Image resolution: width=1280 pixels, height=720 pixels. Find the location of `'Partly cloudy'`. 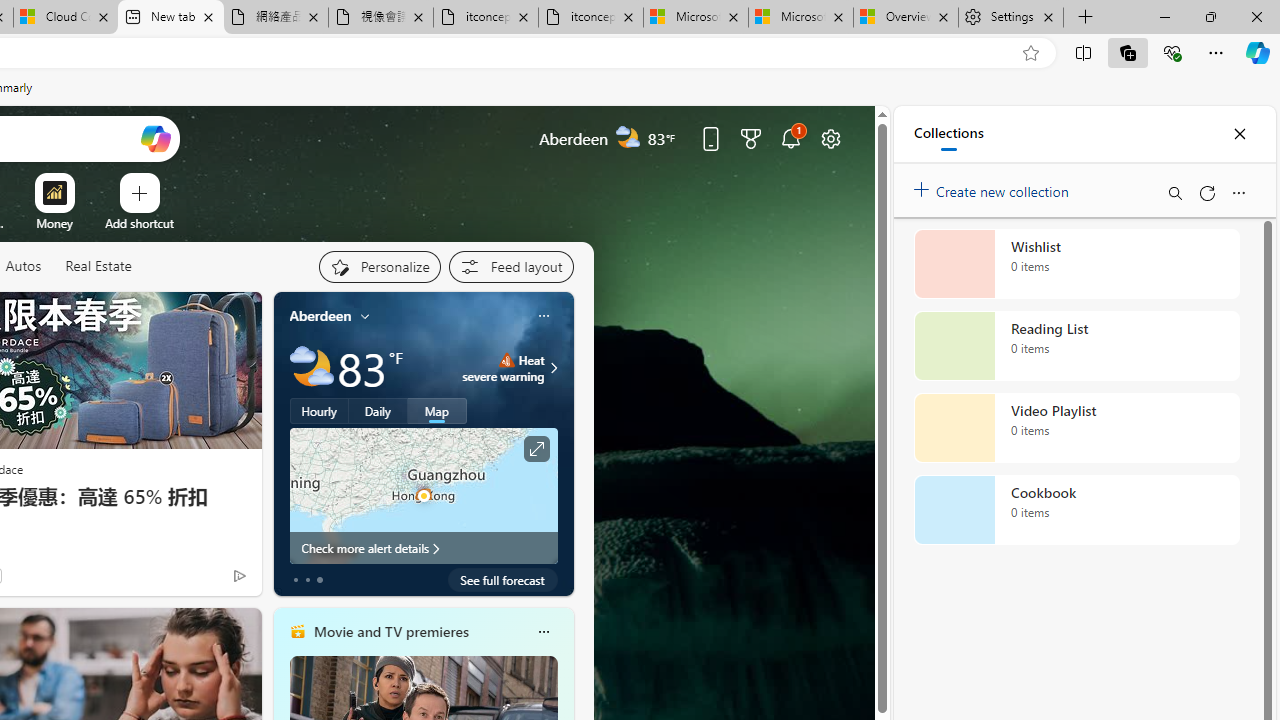

'Partly cloudy' is located at coordinates (310, 368).